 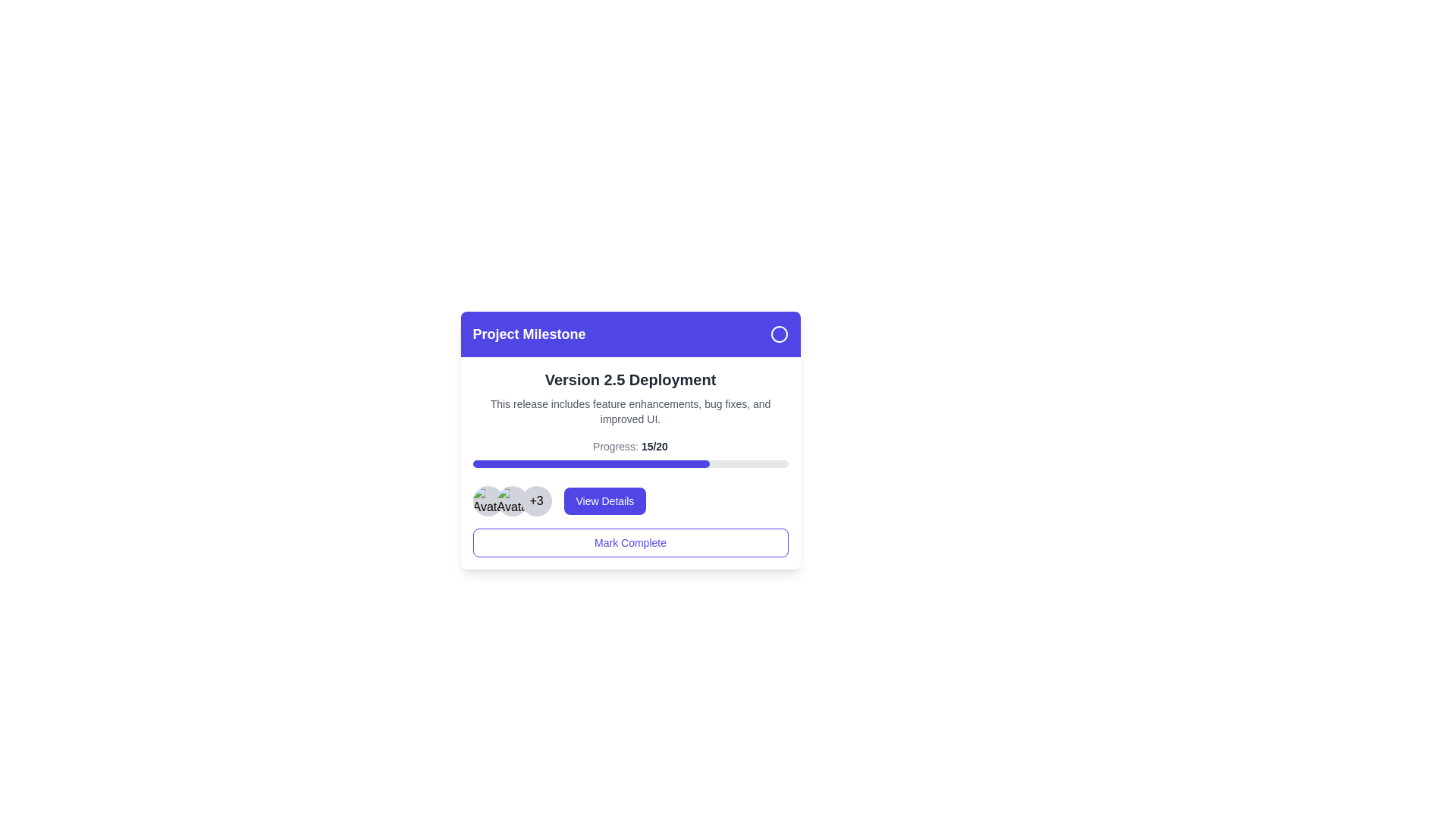 I want to click on the 'Project Milestone' text label located in the purple header bar, which indicates the section's context or purpose, so click(x=529, y=333).